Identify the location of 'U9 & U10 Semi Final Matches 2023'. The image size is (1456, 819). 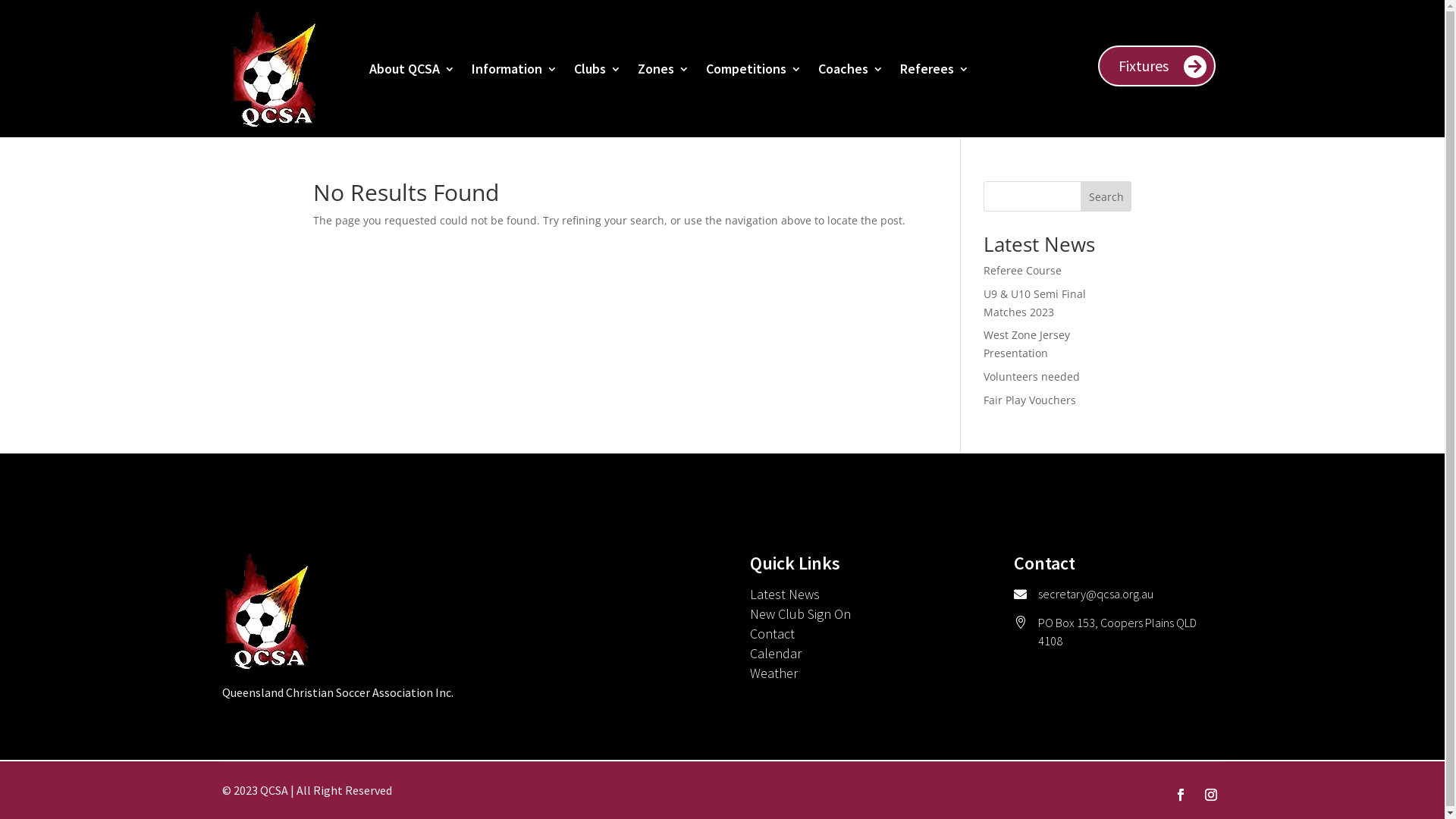
(1034, 303).